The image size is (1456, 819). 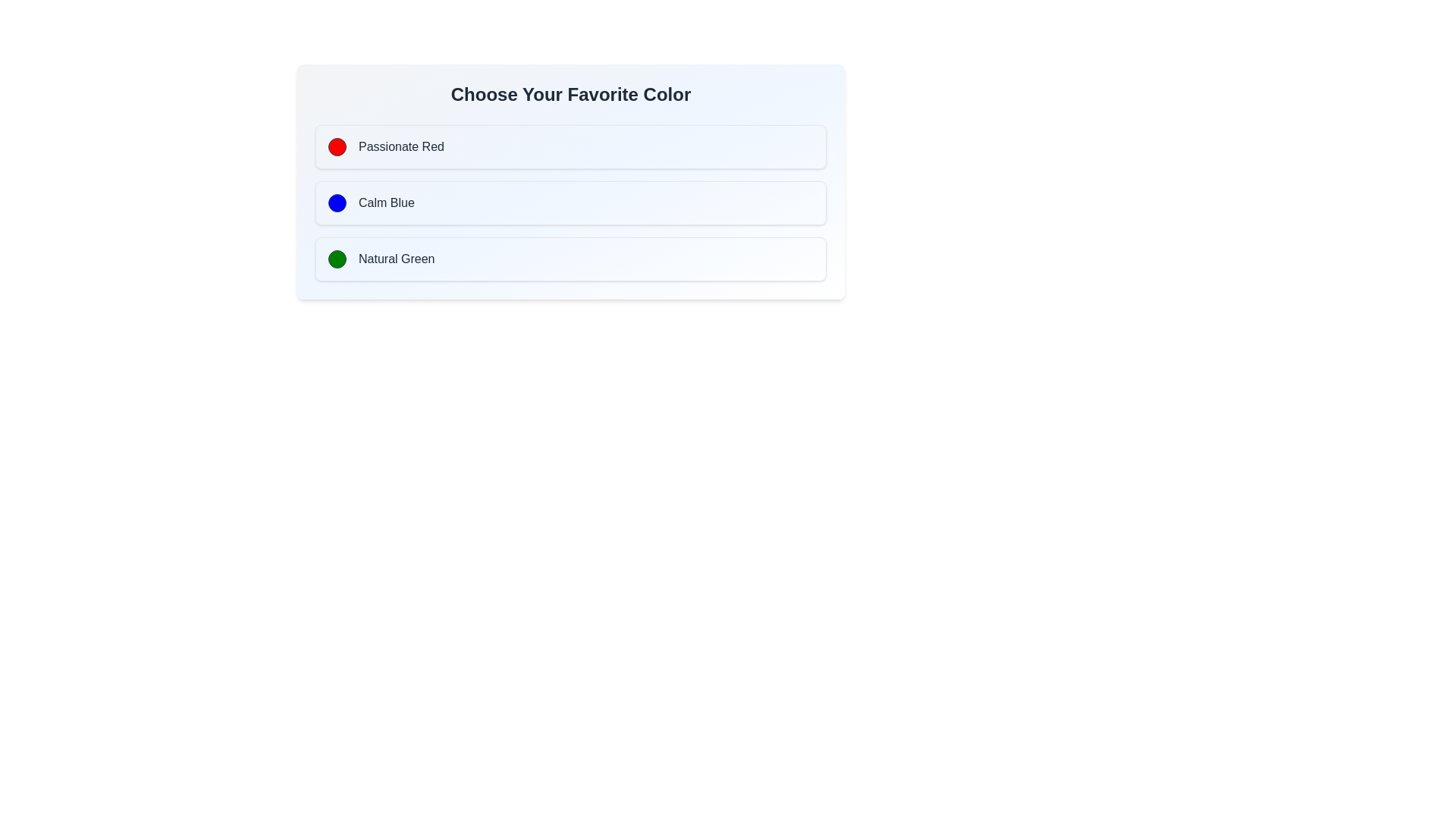 I want to click on the small circular blue indicator with a gray border located to the left of the text 'Calm Blue', so click(x=337, y=202).